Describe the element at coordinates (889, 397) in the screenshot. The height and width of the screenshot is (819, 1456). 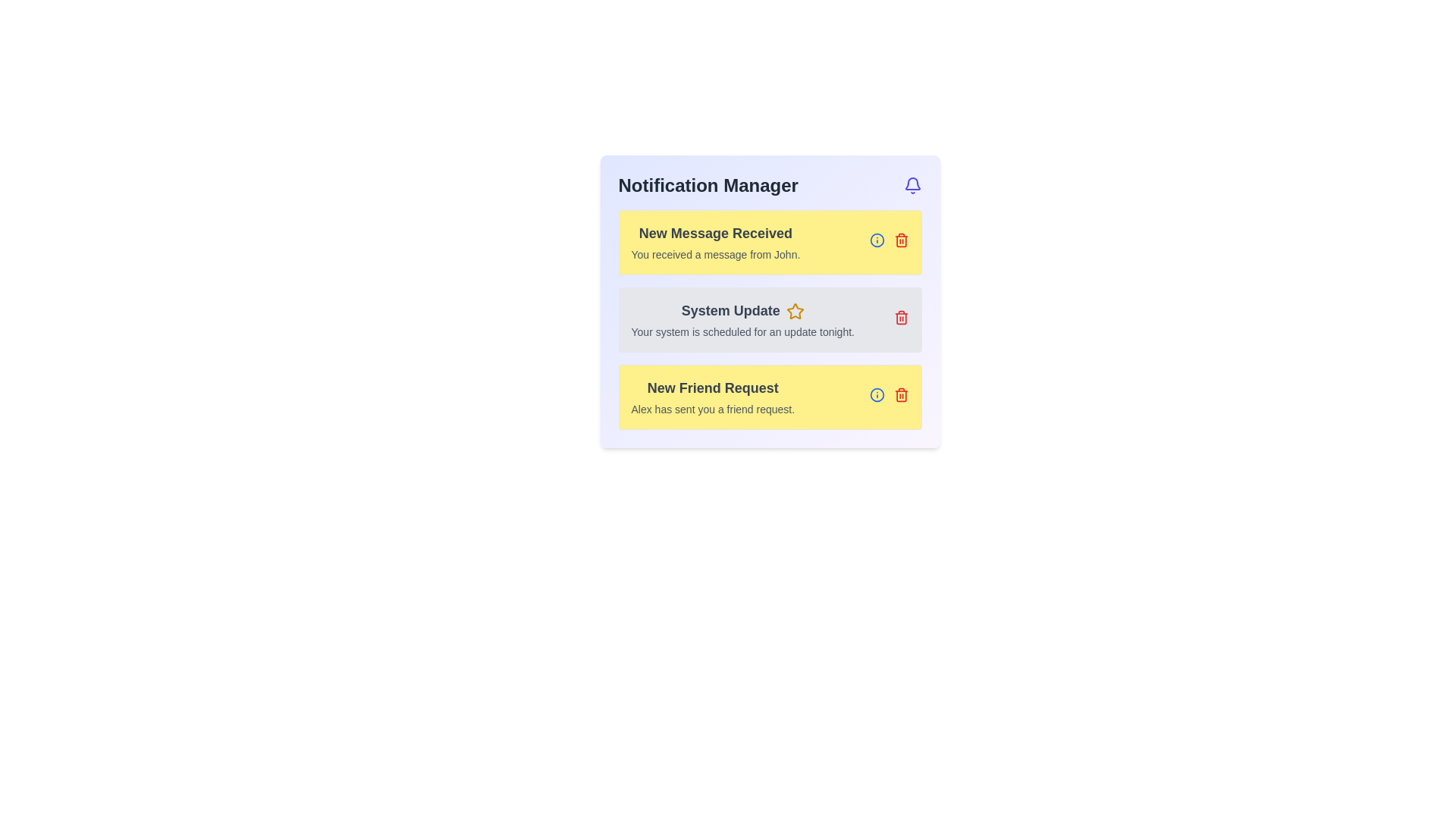
I see `the blue 'info' icon or the red 'trash bin' icon` at that location.